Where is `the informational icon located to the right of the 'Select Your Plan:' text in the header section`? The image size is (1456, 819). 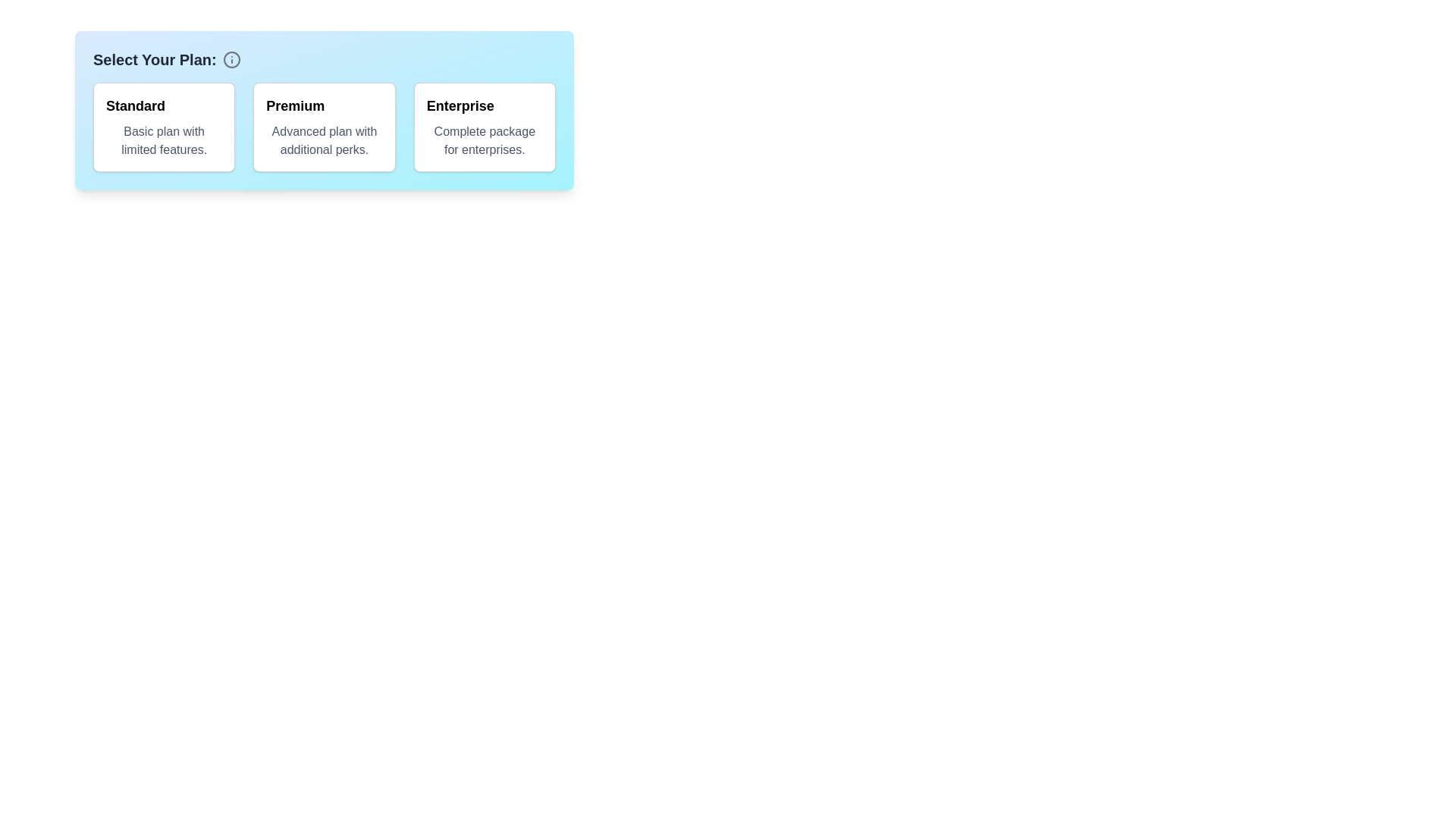
the informational icon located to the right of the 'Select Your Plan:' text in the header section is located at coordinates (231, 58).